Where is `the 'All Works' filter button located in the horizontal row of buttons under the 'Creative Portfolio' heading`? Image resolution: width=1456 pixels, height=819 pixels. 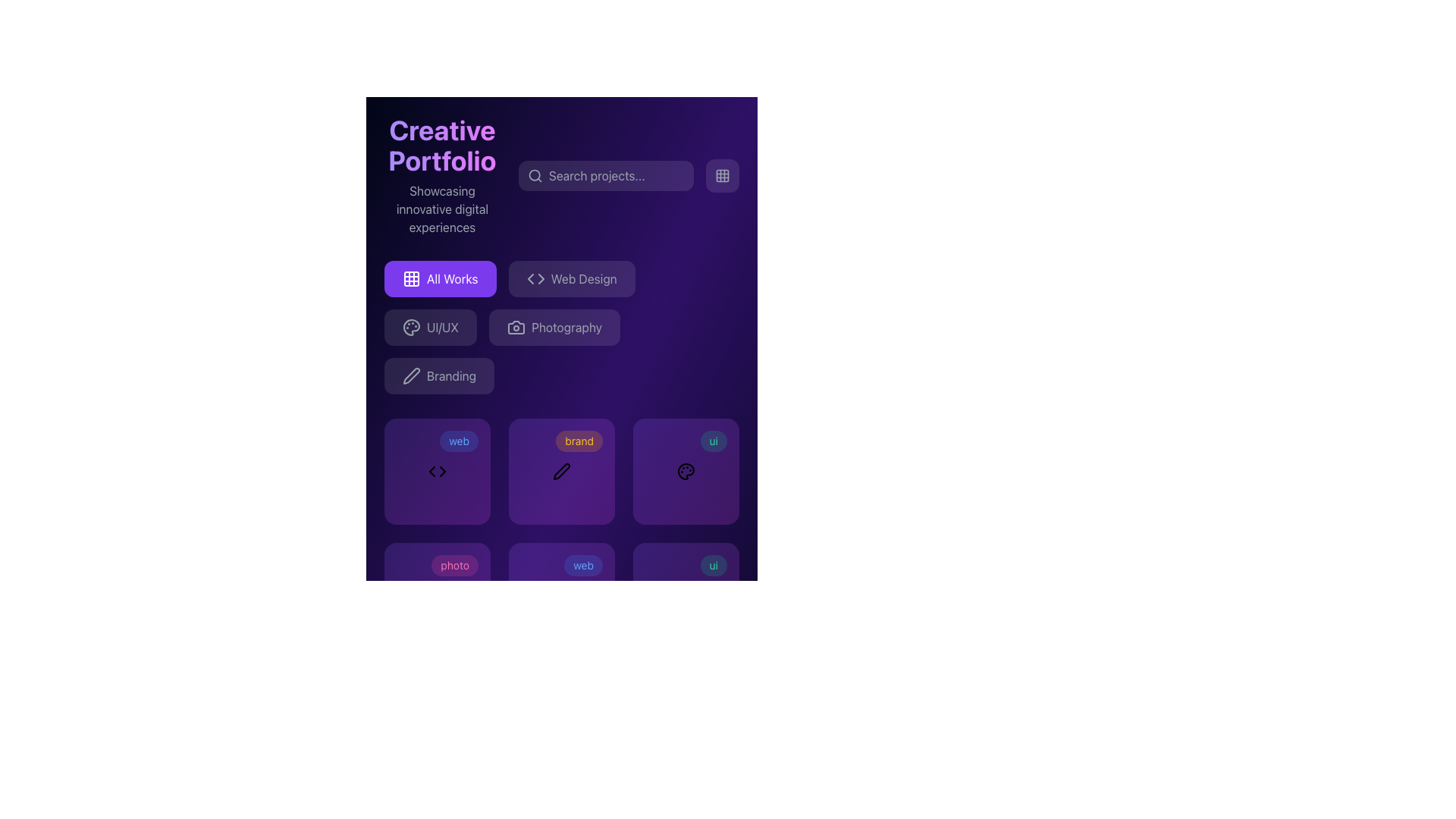
the 'All Works' filter button located in the horizontal row of buttons under the 'Creative Portfolio' heading is located at coordinates (439, 278).